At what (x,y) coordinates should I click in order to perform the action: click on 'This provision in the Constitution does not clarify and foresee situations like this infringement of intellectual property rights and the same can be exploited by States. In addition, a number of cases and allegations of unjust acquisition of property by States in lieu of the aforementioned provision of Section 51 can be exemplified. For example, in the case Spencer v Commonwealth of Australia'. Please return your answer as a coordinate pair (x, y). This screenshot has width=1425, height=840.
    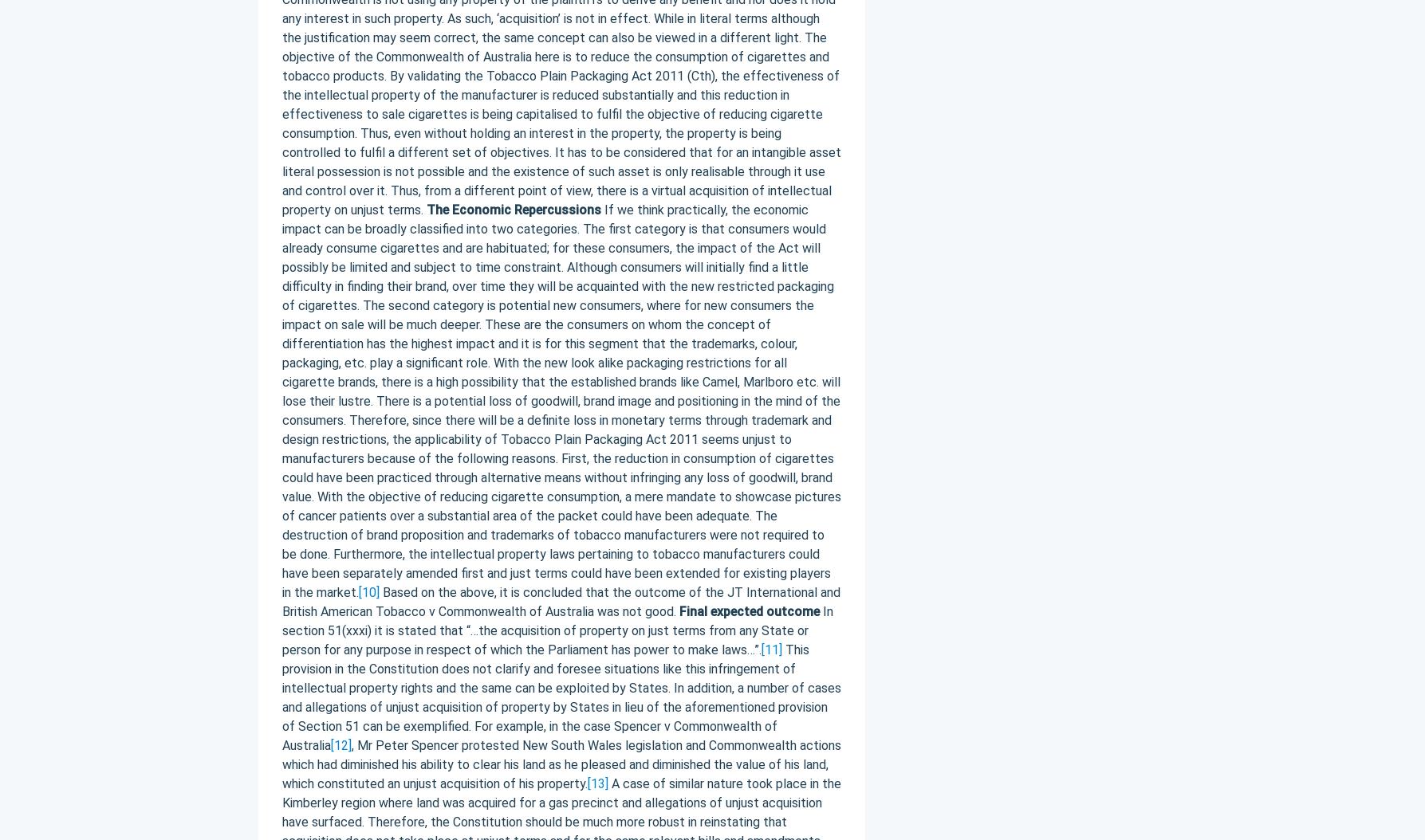
    Looking at the image, I should click on (560, 697).